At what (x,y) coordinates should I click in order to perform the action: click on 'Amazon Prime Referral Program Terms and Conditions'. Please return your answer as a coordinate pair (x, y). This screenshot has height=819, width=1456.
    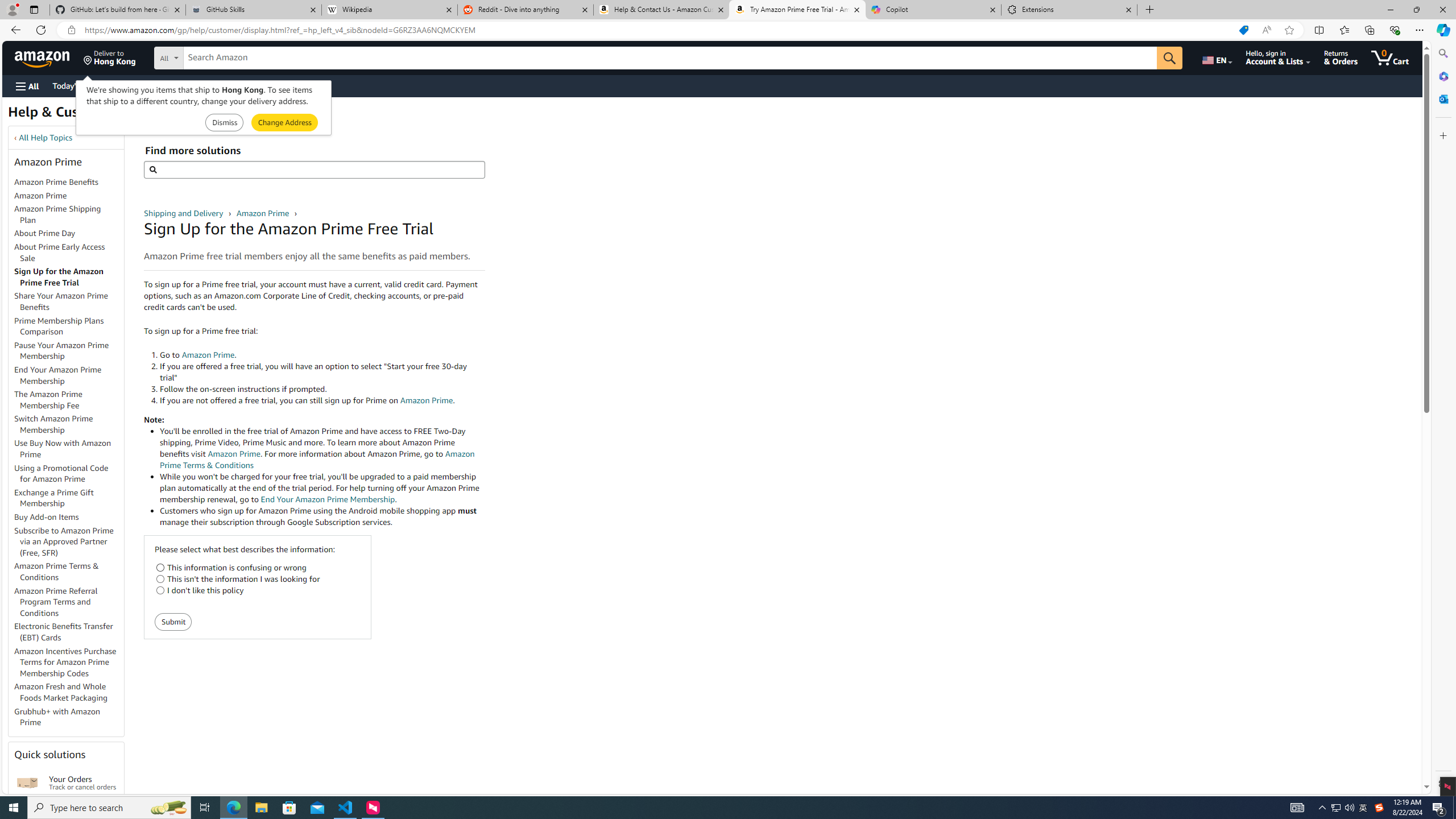
    Looking at the image, I should click on (69, 602).